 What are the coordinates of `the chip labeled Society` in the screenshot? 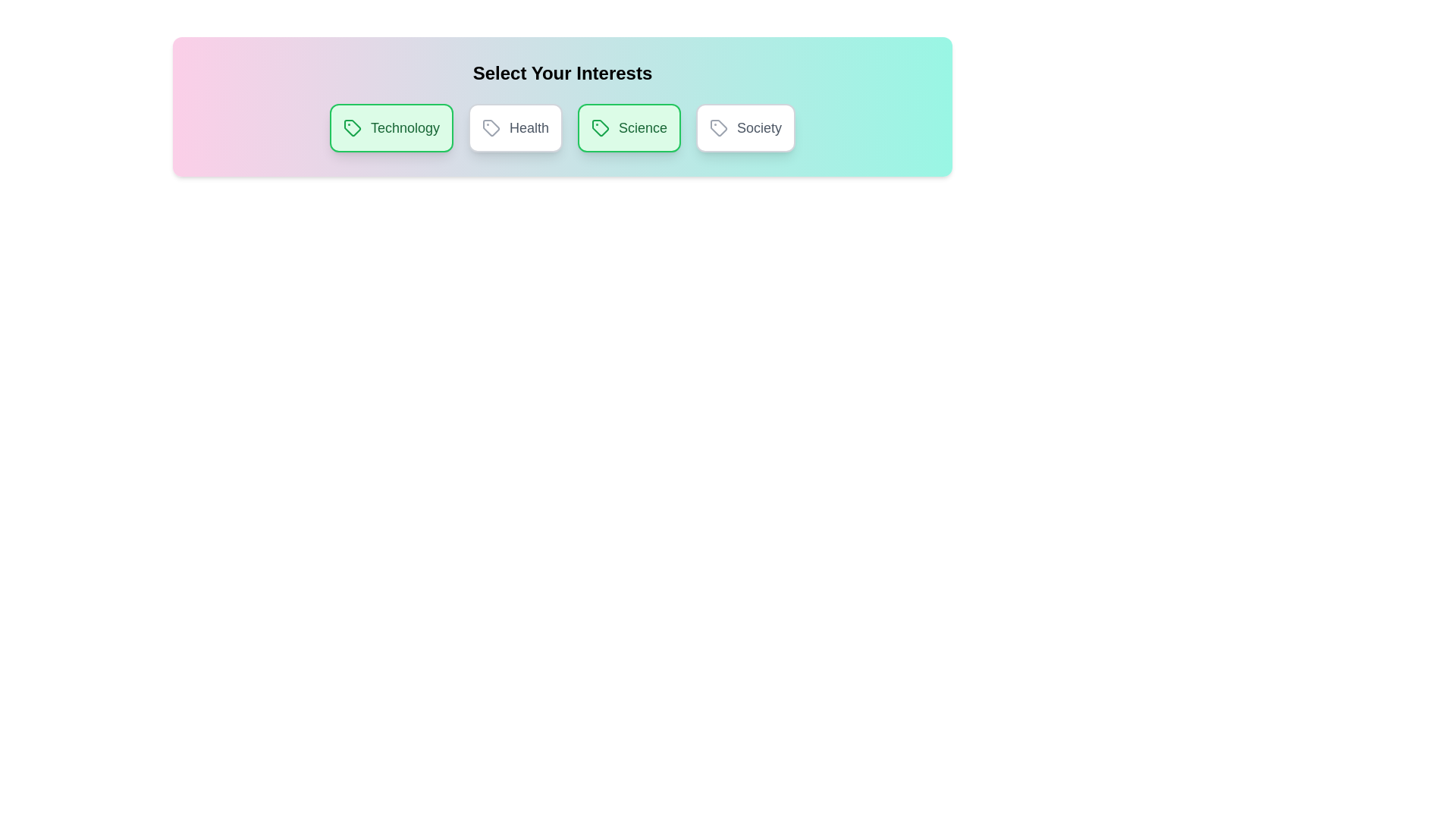 It's located at (745, 127).